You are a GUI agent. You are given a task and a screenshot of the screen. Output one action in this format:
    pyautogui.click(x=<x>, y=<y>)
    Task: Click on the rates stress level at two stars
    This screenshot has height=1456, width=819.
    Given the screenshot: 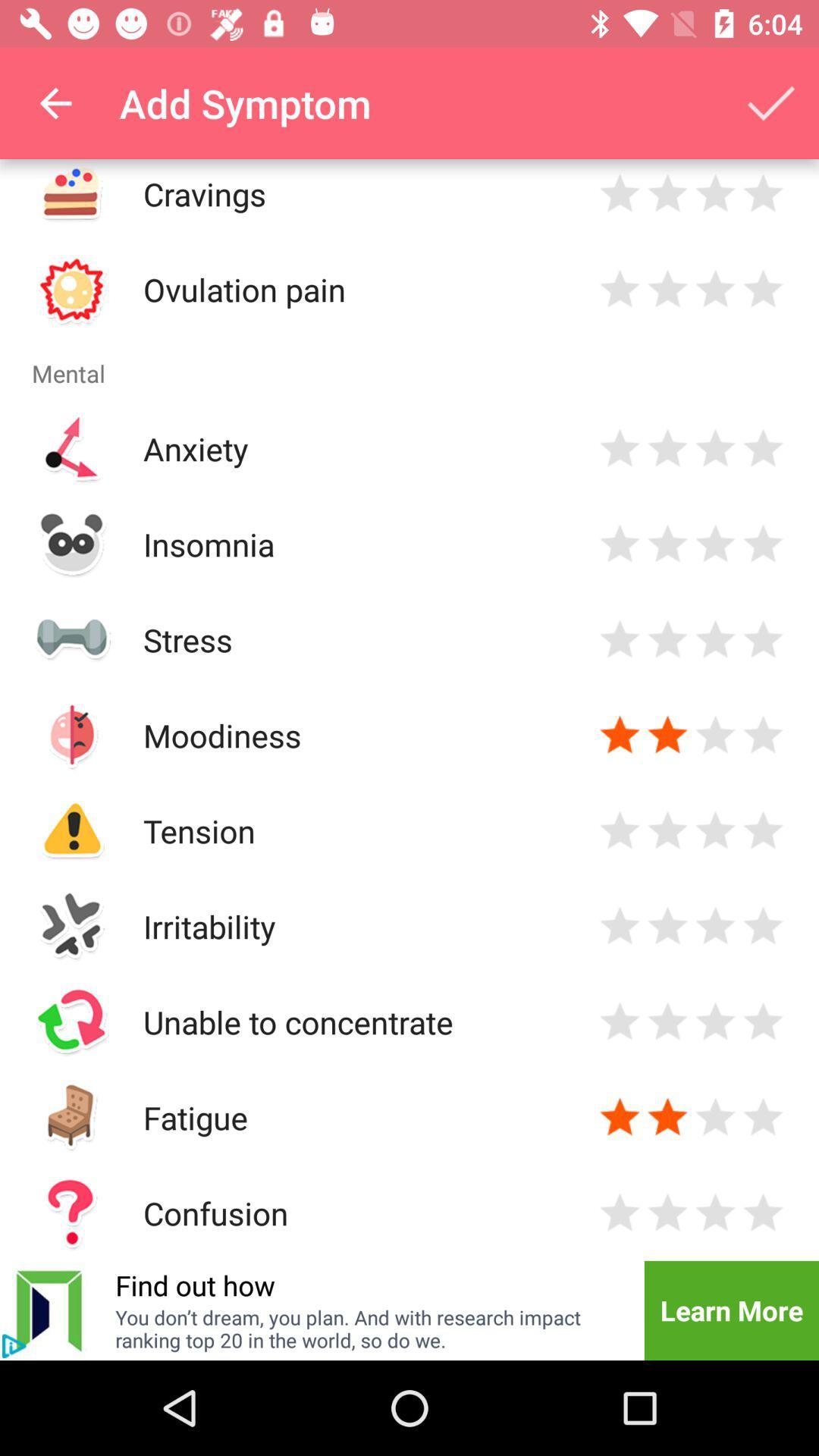 What is the action you would take?
    pyautogui.click(x=667, y=639)
    